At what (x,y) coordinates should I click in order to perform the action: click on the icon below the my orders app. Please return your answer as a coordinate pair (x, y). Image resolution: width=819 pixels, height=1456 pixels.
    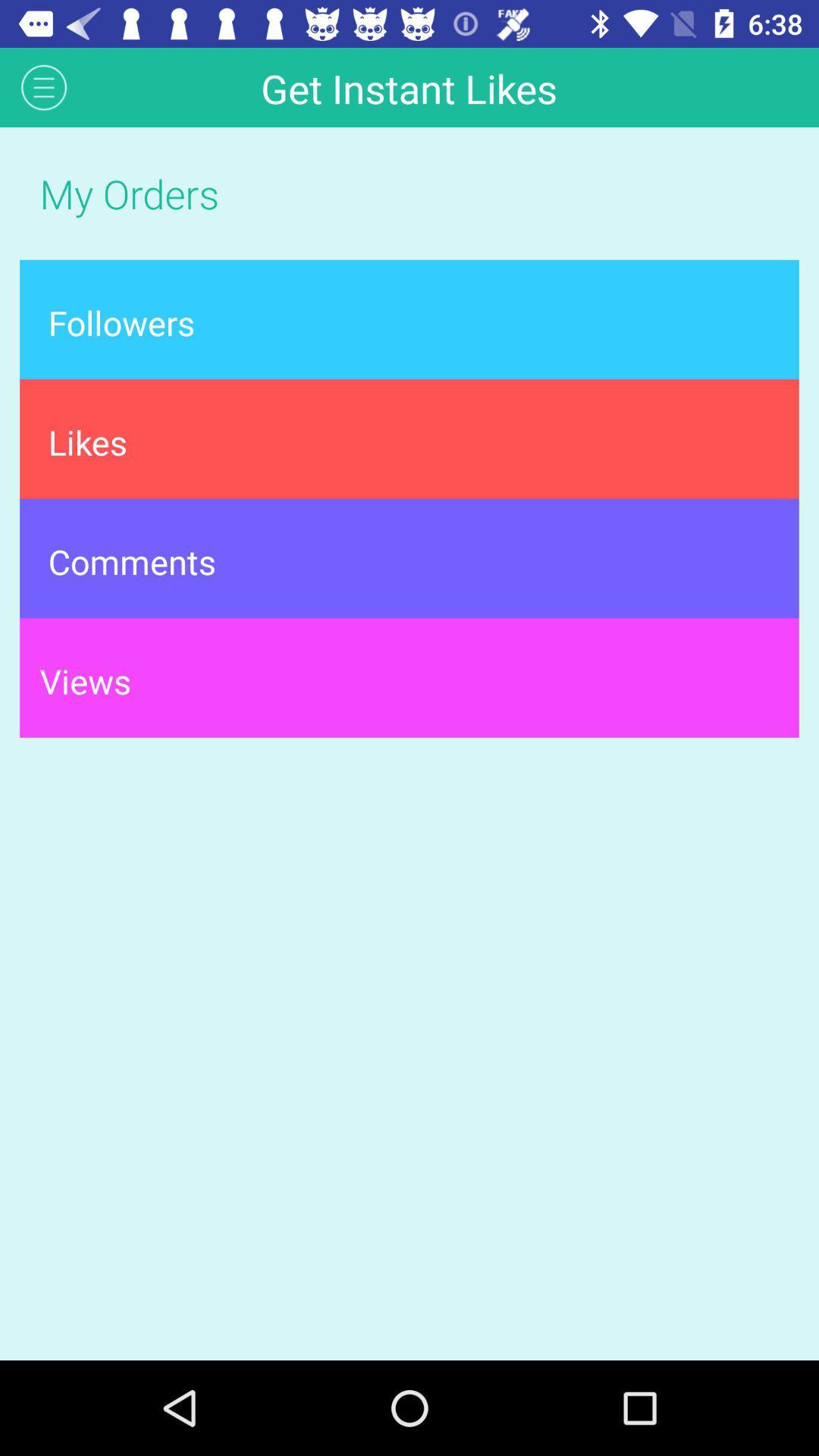
    Looking at the image, I should click on (409, 318).